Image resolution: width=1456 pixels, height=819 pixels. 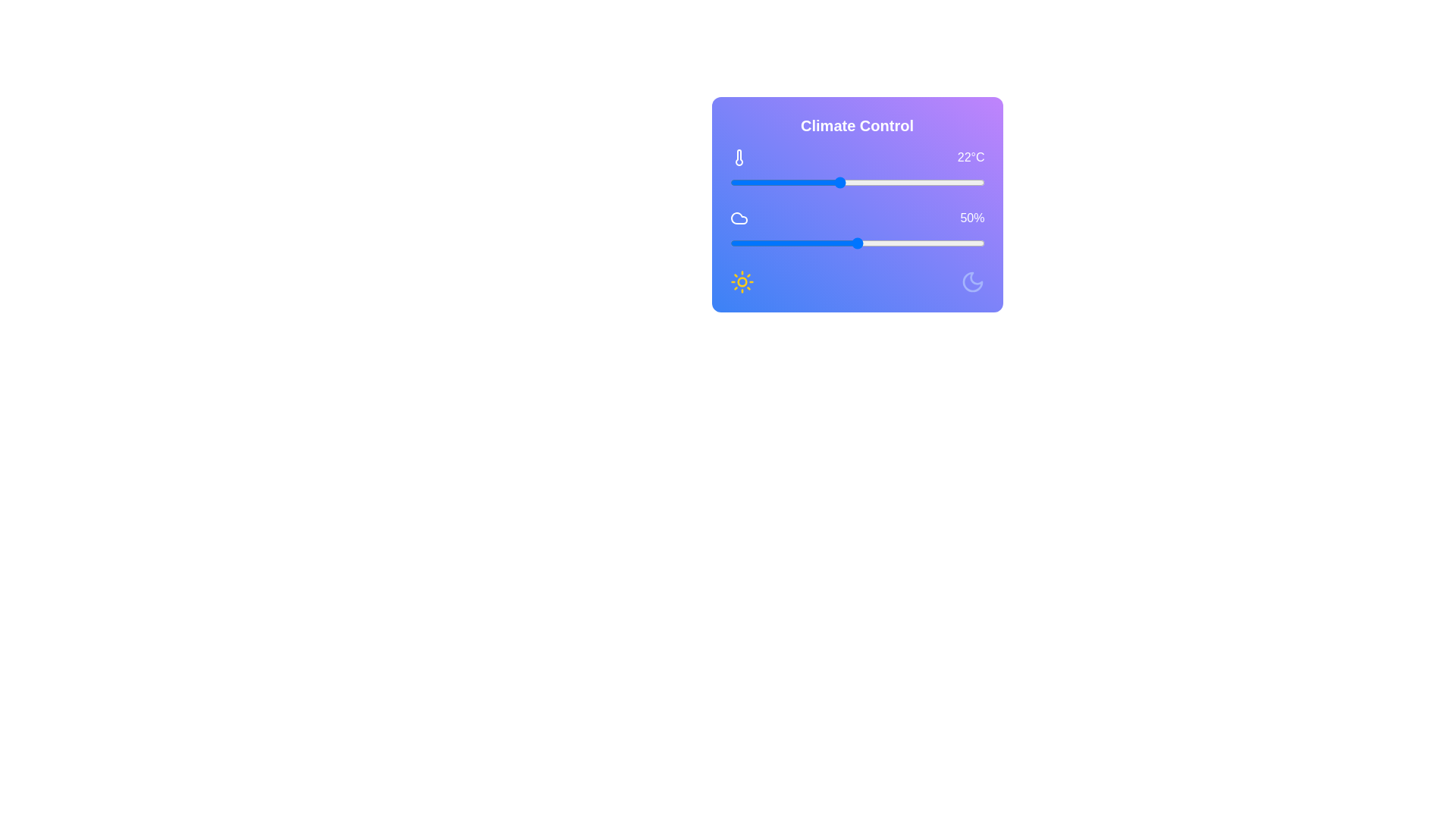 I want to click on the temperature adjustment slider located directly under the thermometer icon and the '22°C' label for feedback, so click(x=857, y=181).